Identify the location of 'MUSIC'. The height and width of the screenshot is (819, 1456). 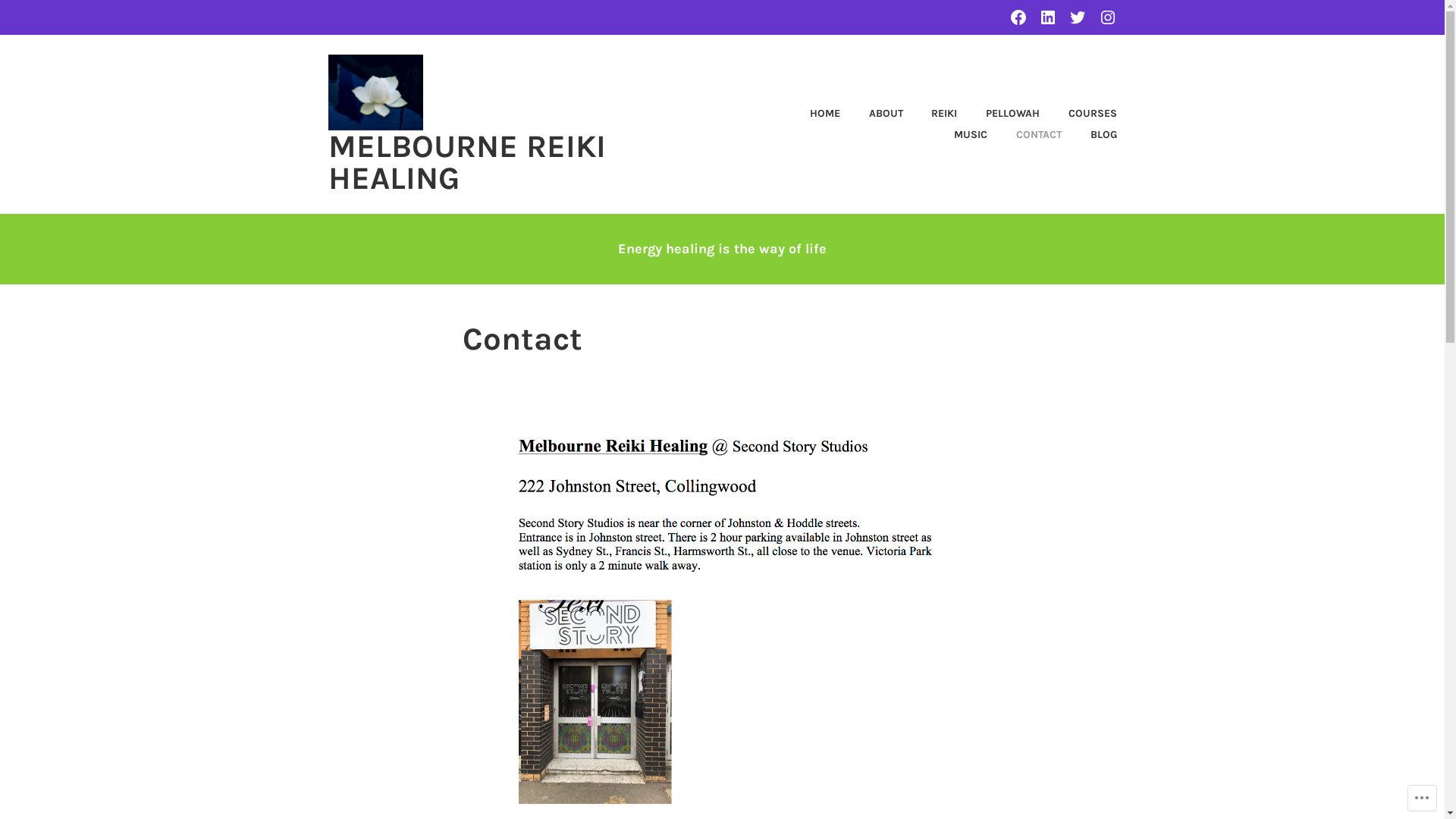
(957, 133).